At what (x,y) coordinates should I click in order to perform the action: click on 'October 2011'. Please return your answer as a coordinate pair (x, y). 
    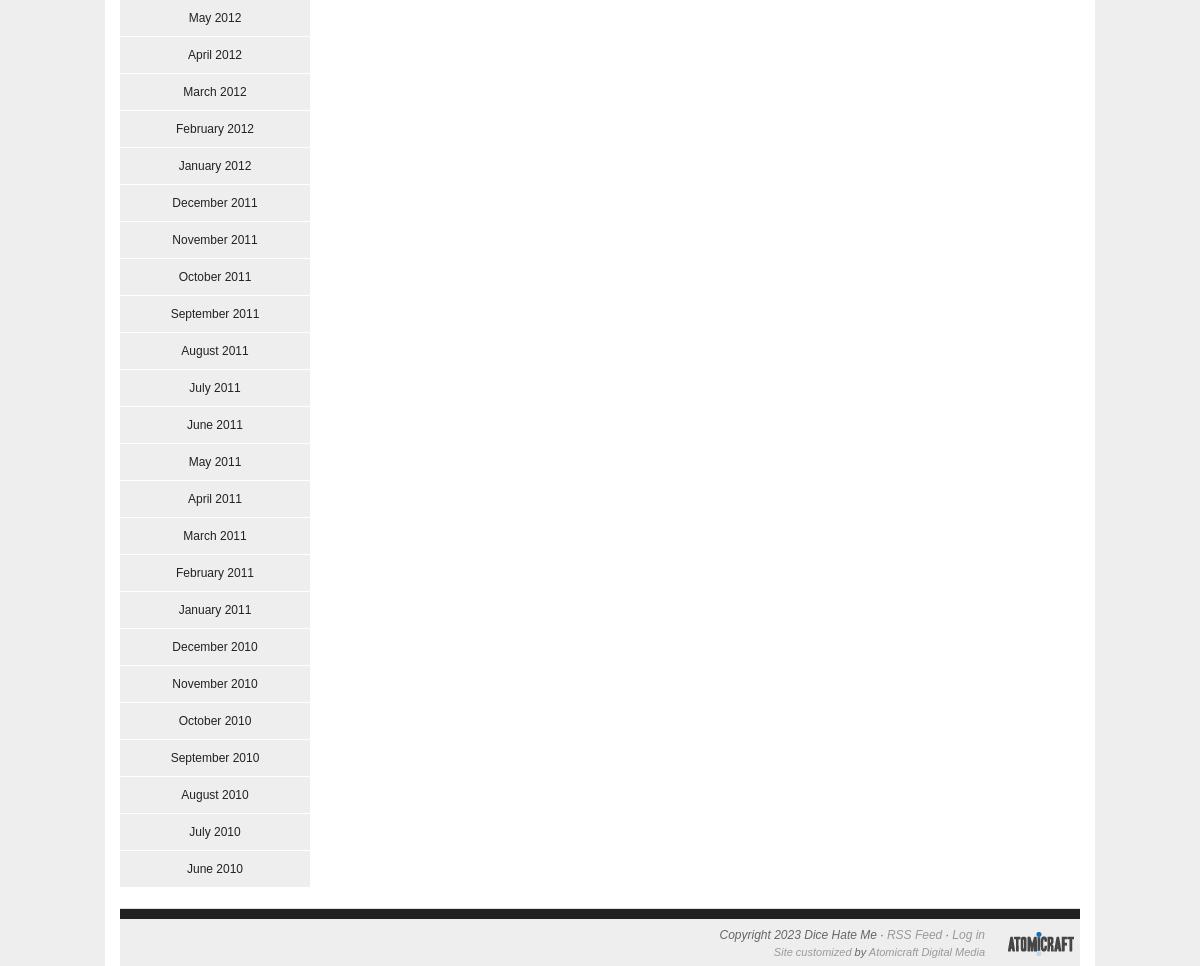
    Looking at the image, I should click on (213, 276).